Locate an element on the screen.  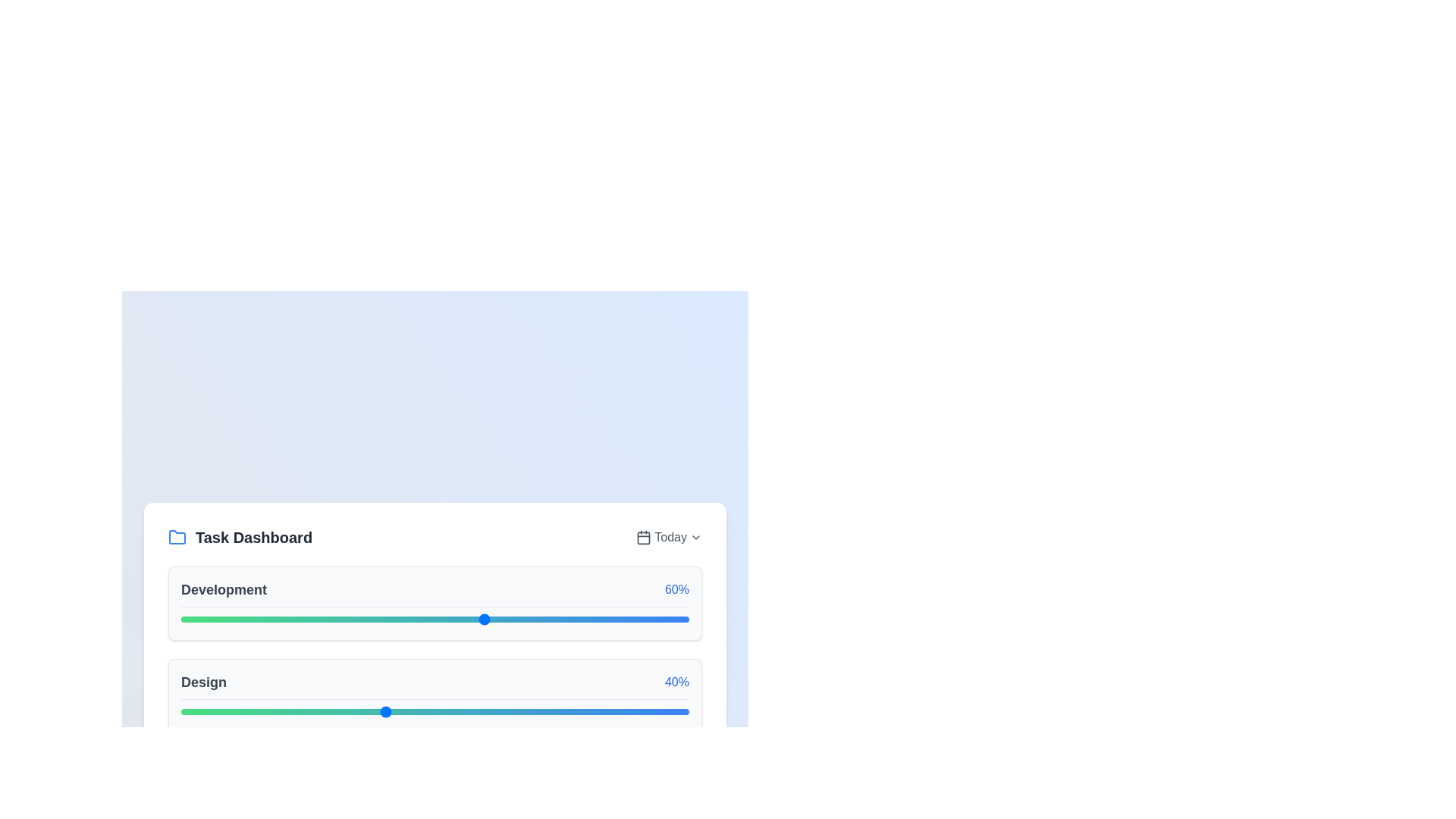
the folder icon located at the upper-left corner of the 'Task Dashboard' section, which represents organization or navigation within the application is located at coordinates (177, 537).